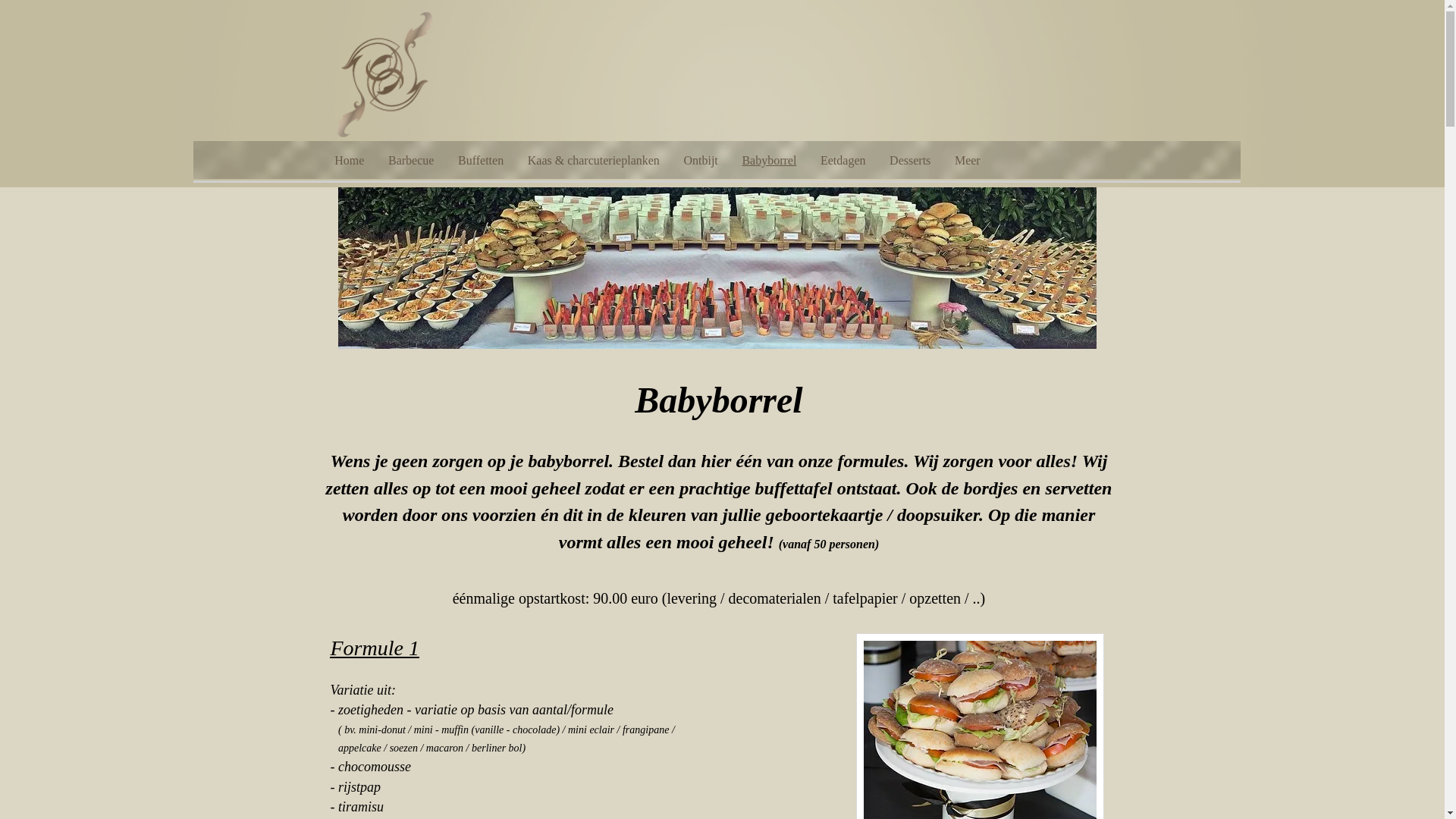 The height and width of the screenshot is (819, 1456). I want to click on 'Eetdagen', so click(842, 161).